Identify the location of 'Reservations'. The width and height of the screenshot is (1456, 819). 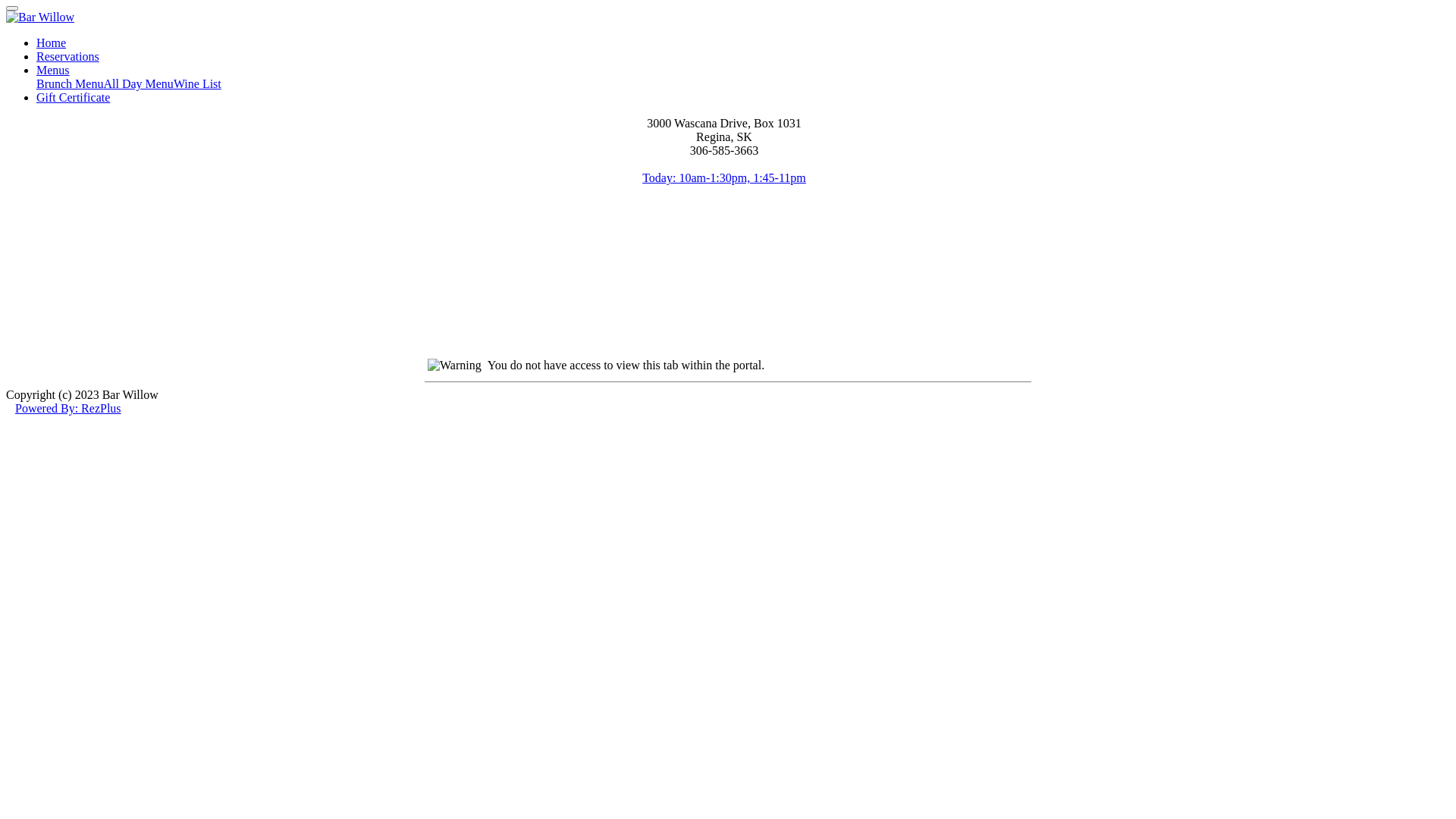
(67, 55).